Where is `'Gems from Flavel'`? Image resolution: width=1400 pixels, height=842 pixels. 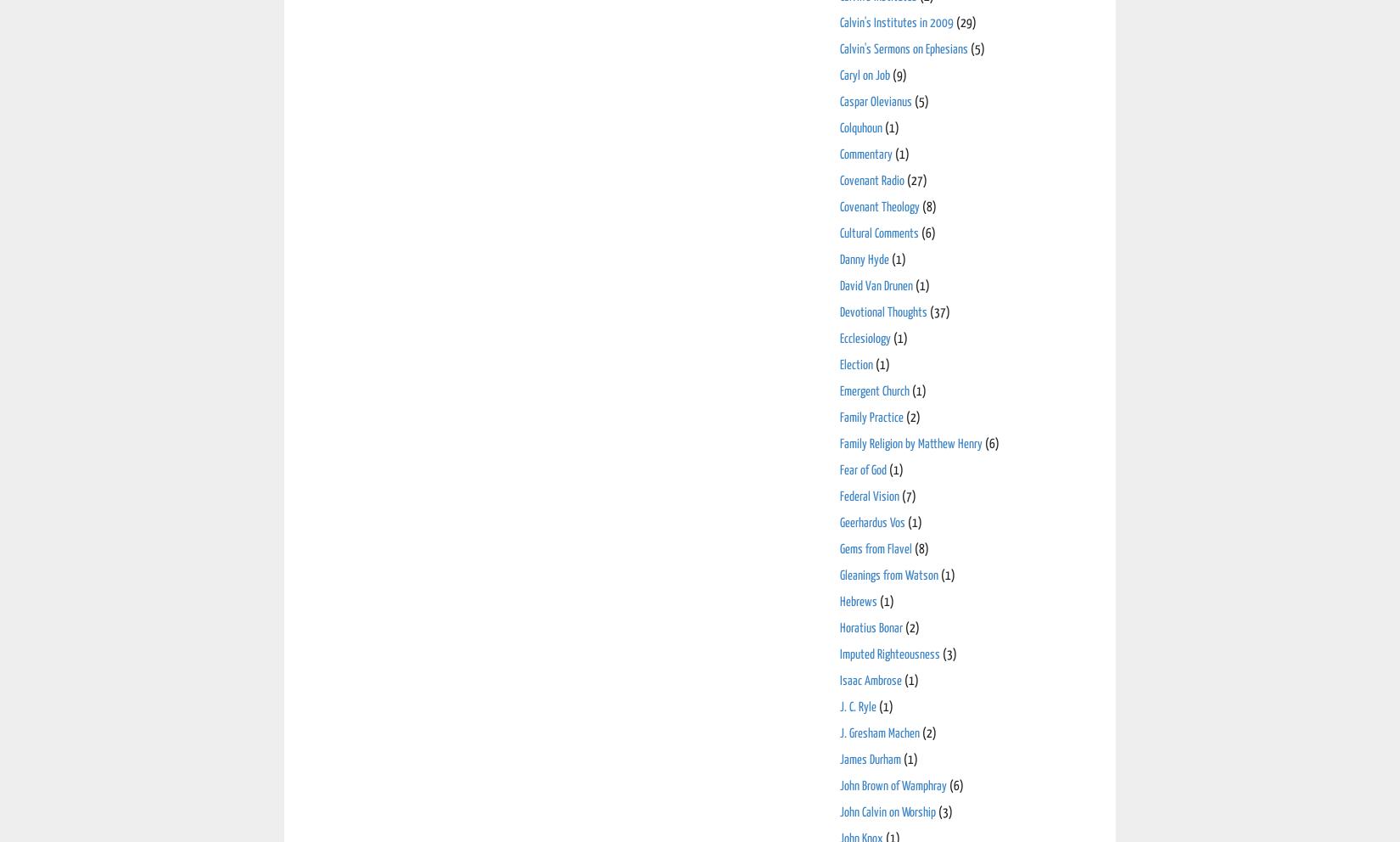
'Gems from Flavel' is located at coordinates (840, 548).